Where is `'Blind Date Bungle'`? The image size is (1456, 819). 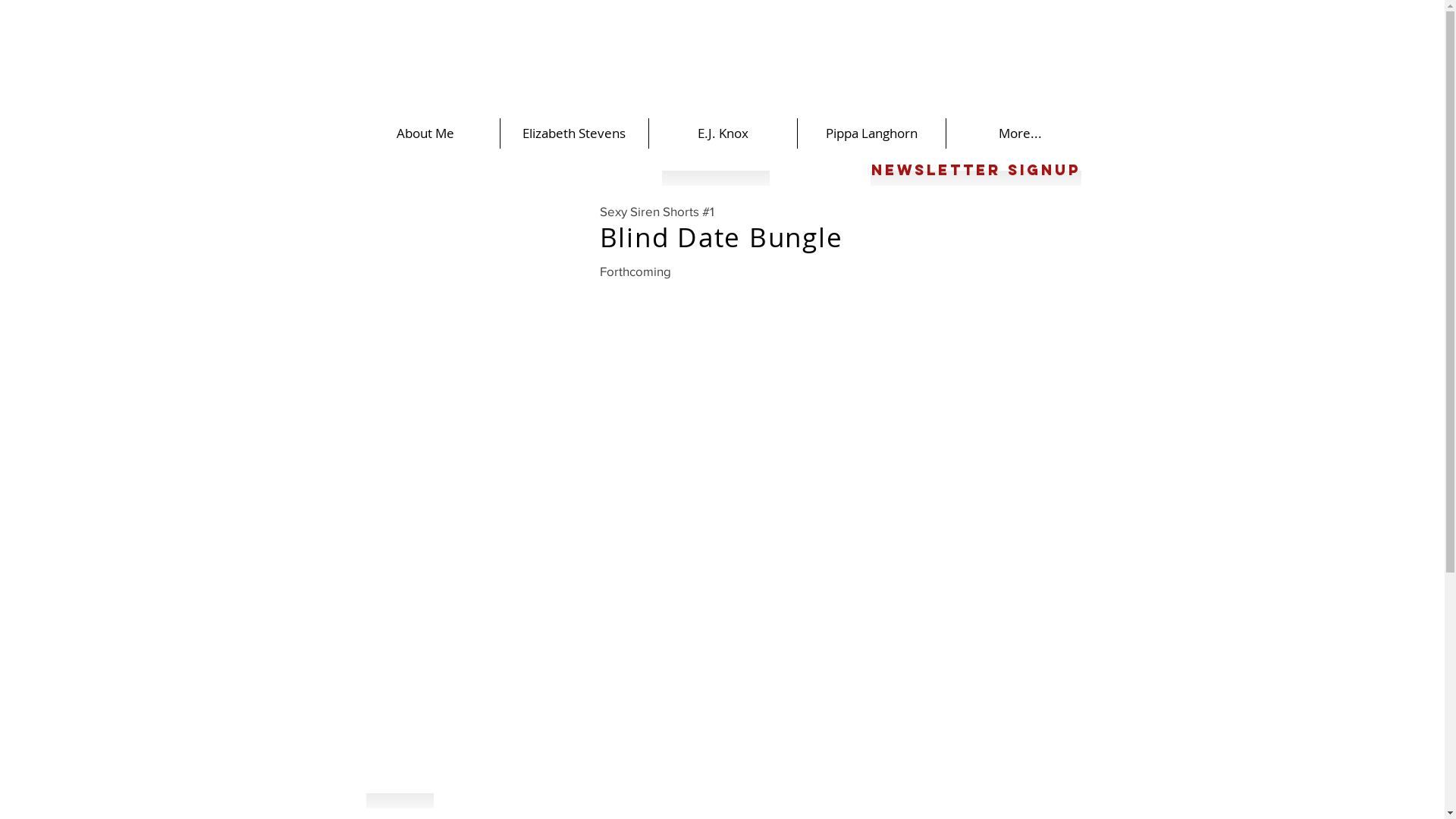
'Blind Date Bungle' is located at coordinates (598, 237).